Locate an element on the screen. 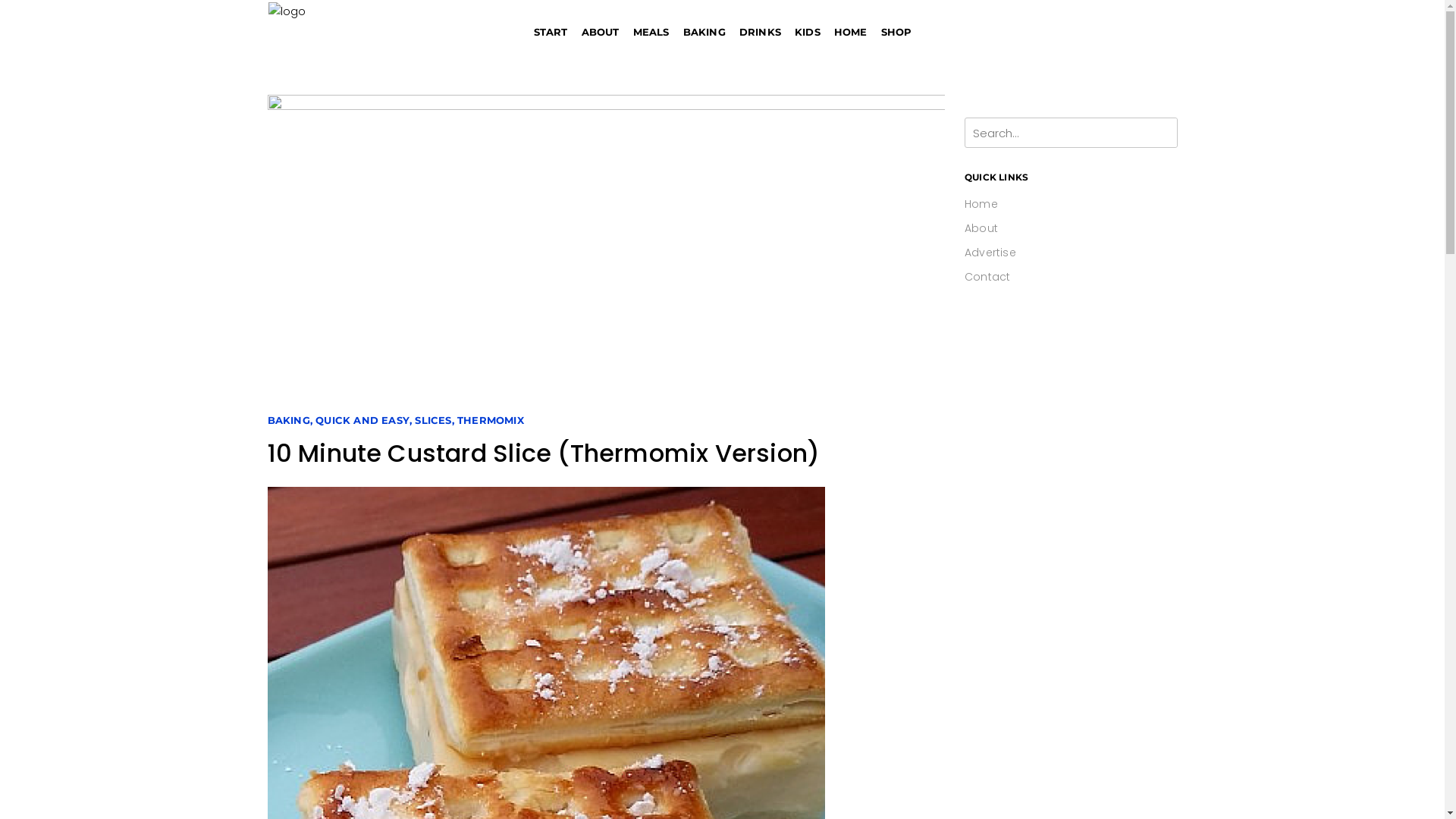 Image resolution: width=1456 pixels, height=819 pixels. 'KIDS' is located at coordinates (807, 32).